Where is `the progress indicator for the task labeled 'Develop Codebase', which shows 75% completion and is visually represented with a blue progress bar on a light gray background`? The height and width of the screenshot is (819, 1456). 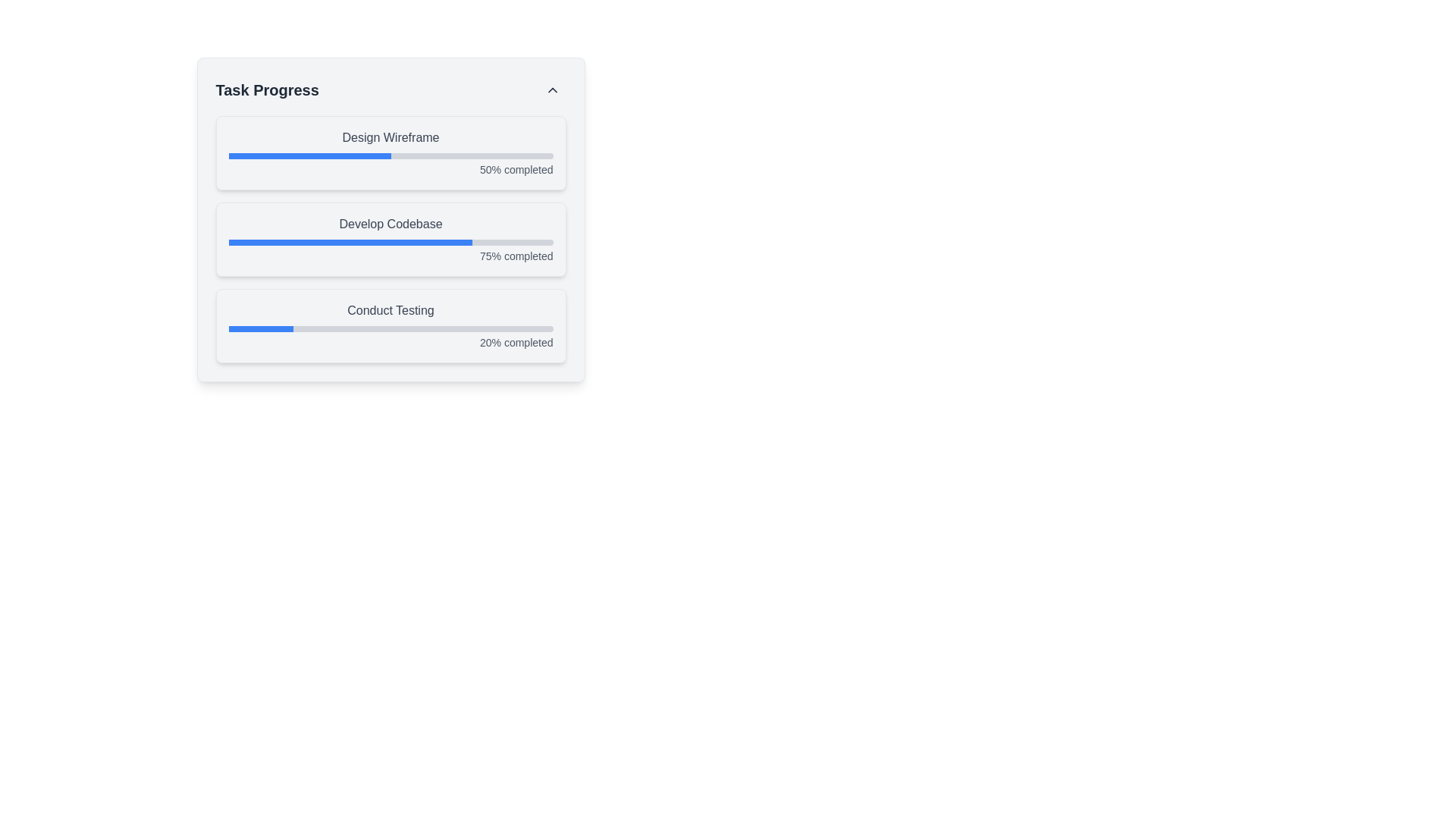
the progress indicator for the task labeled 'Develop Codebase', which shows 75% completion and is visually represented with a blue progress bar on a light gray background is located at coordinates (391, 239).